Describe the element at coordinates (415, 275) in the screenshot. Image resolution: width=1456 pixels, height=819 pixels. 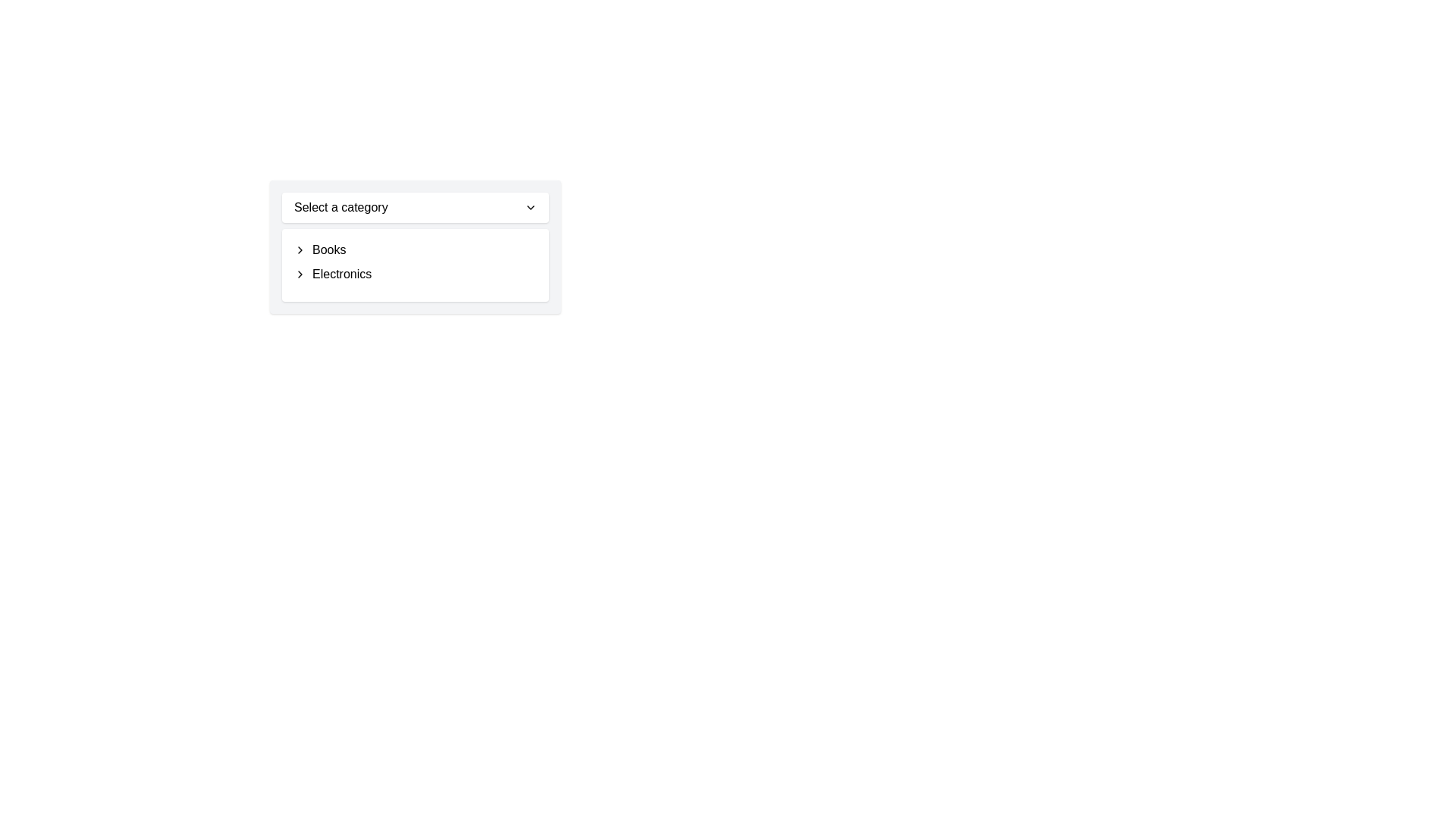
I see `the 'Electronics' category list item, which is the second item in the vertical list below the 'Books' entry` at that location.